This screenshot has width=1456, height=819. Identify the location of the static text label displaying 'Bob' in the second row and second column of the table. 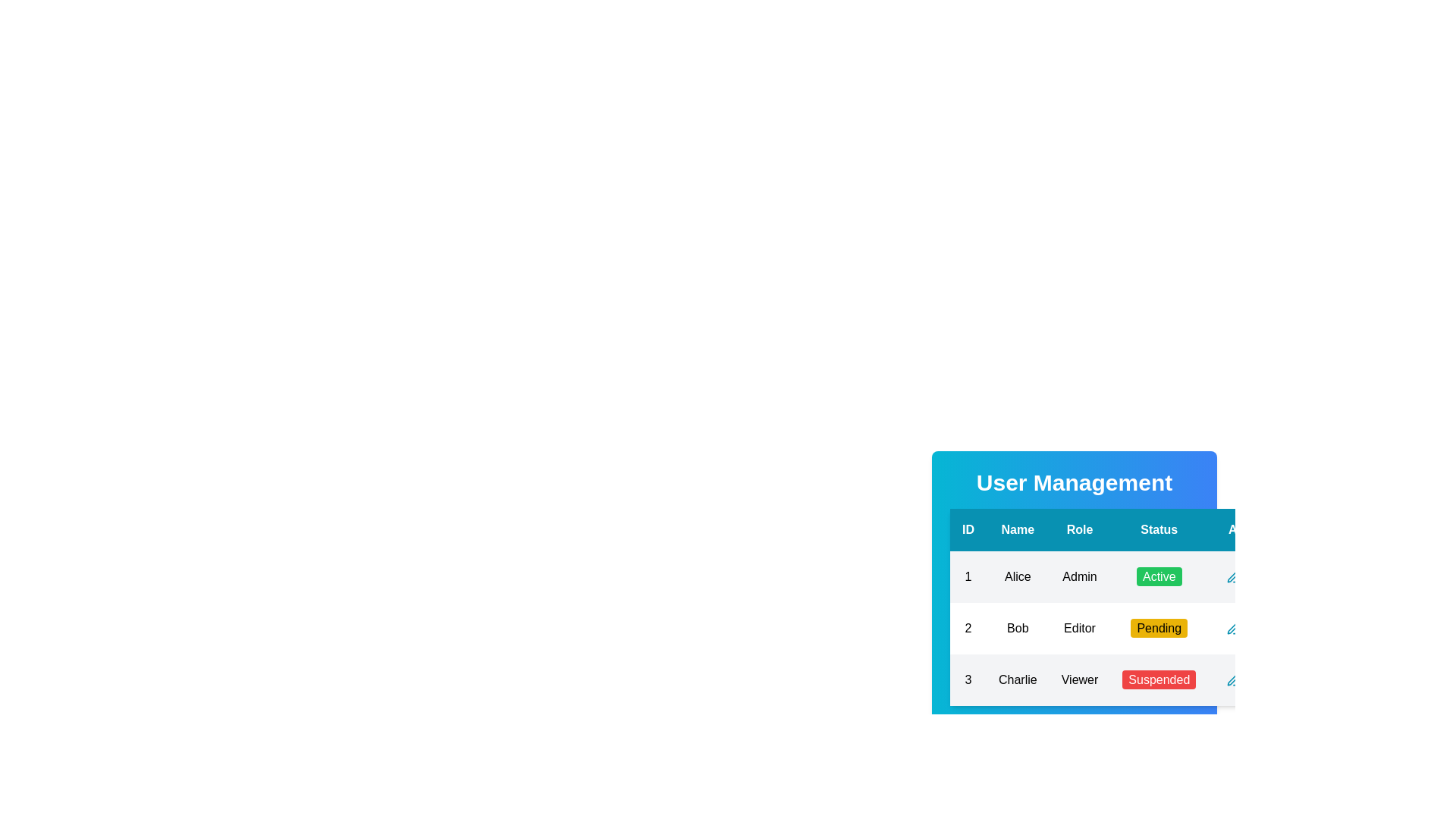
(1018, 629).